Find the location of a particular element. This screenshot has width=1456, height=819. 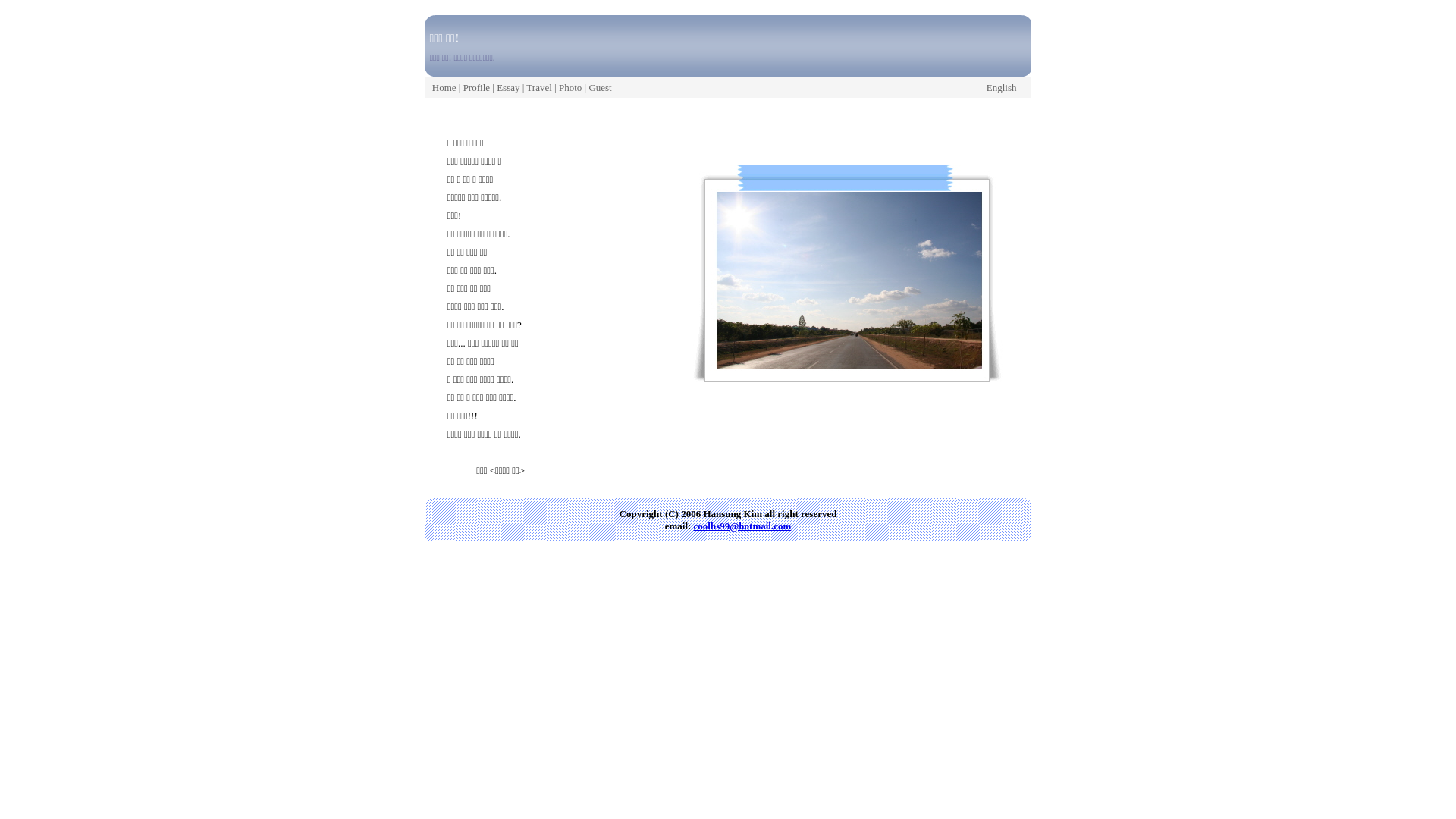

'Travel' is located at coordinates (538, 87).